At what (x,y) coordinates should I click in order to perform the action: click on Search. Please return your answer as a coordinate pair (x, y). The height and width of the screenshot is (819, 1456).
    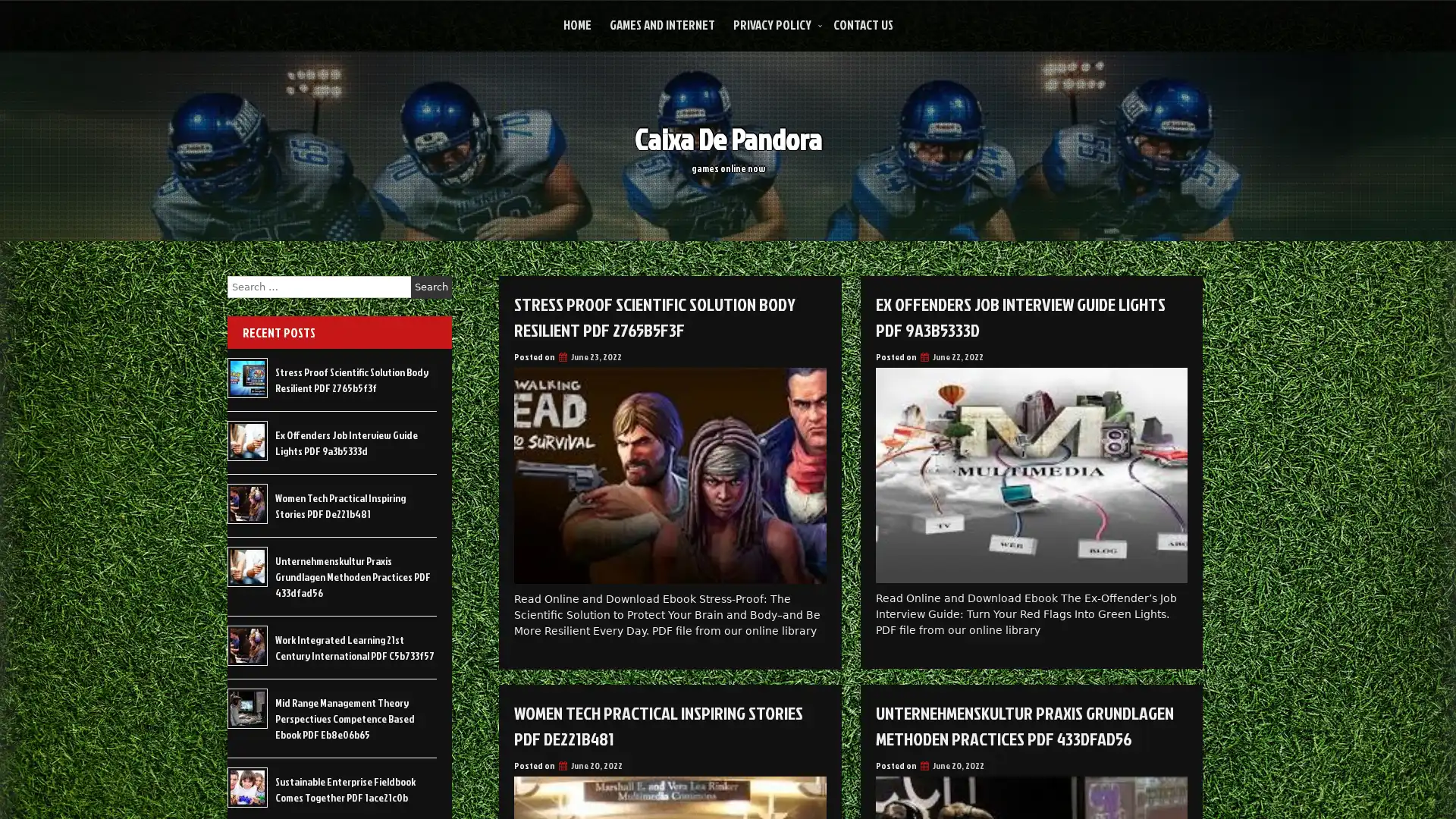
    Looking at the image, I should click on (431, 287).